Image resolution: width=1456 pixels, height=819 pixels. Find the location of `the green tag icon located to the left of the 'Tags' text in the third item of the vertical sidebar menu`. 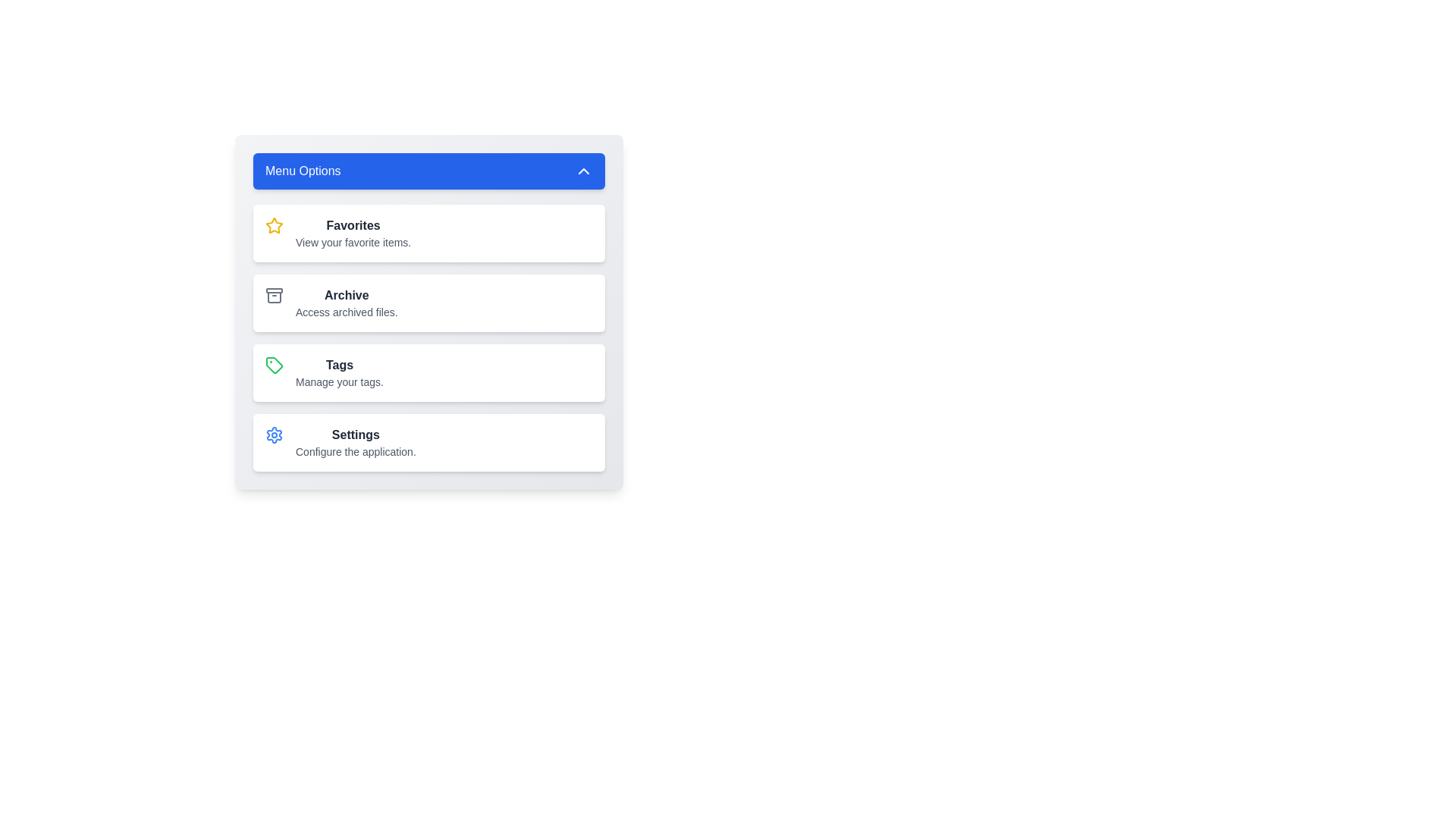

the green tag icon located to the left of the 'Tags' text in the third item of the vertical sidebar menu is located at coordinates (274, 366).